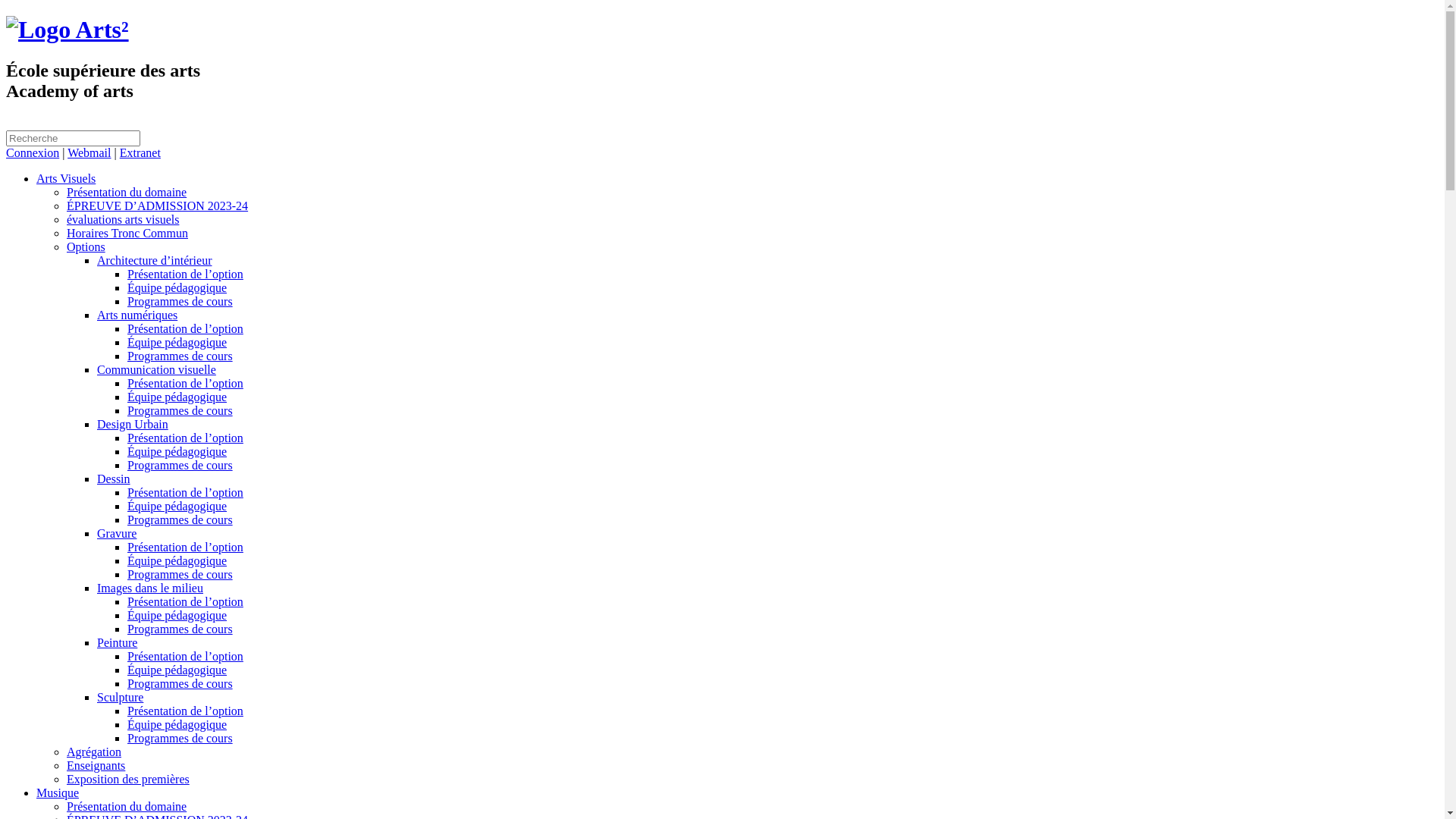 The height and width of the screenshot is (819, 1456). Describe the element at coordinates (64, 177) in the screenshot. I see `'Arts Visuels'` at that location.